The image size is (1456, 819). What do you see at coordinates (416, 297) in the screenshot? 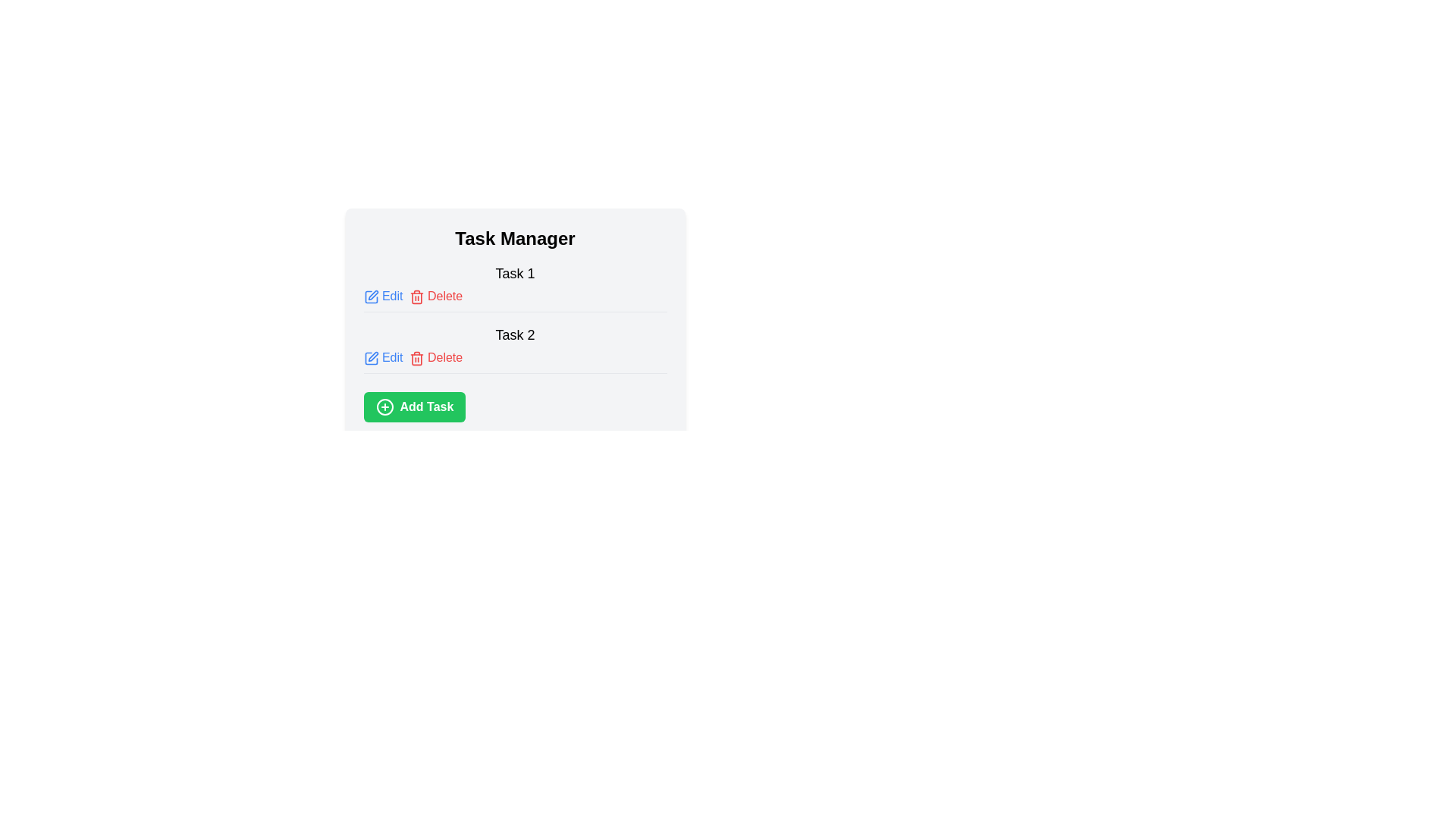
I see `the red trash can icon associated with the 'Delete' action for 'Task 1'` at bounding box center [416, 297].